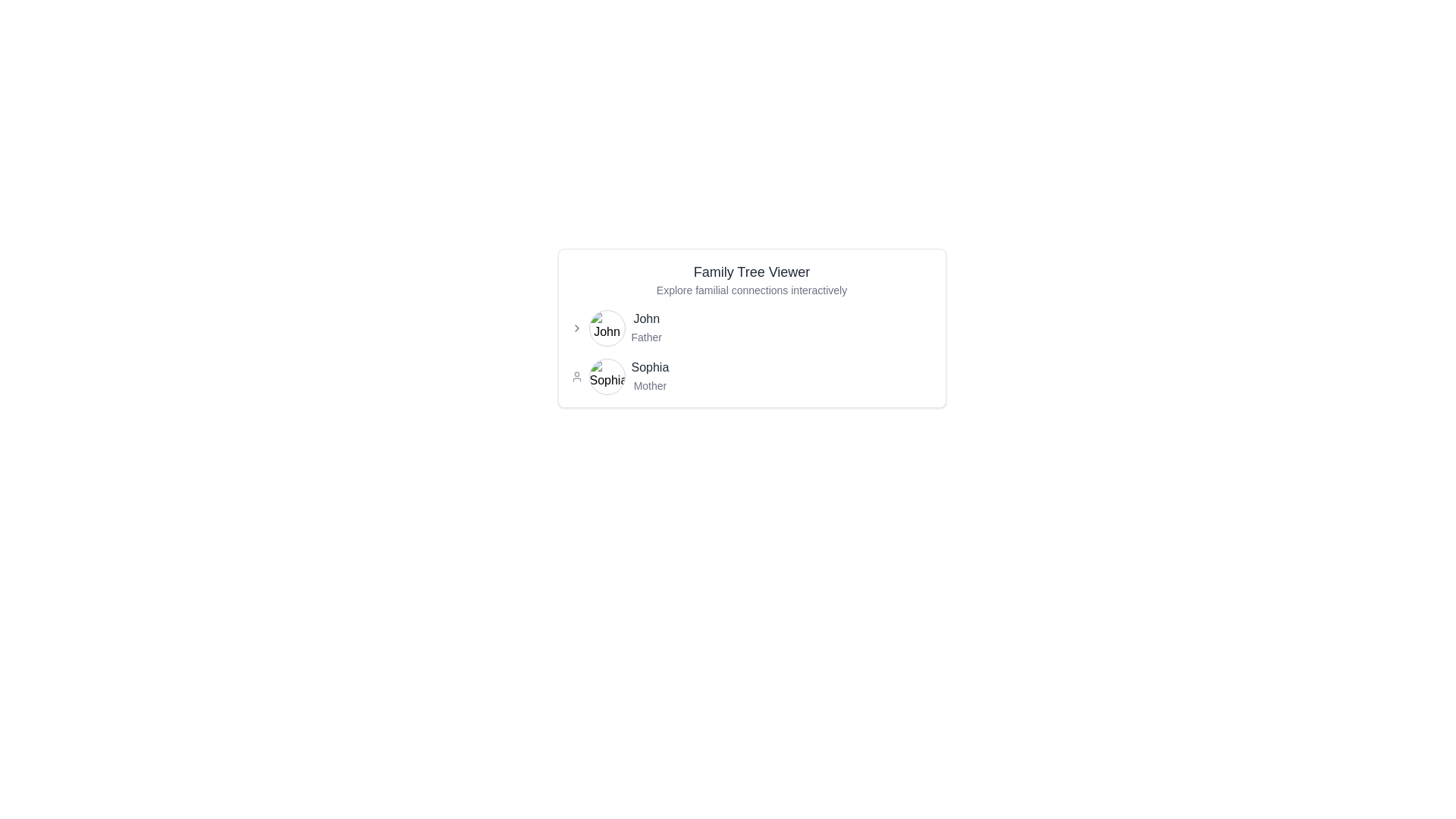 The height and width of the screenshot is (819, 1456). What do you see at coordinates (576, 376) in the screenshot?
I see `the user avatar icon, which is a small gray icon representing a person, positioned to the left of the text label 'Sophia' in the 'SophiaMother' component` at bounding box center [576, 376].